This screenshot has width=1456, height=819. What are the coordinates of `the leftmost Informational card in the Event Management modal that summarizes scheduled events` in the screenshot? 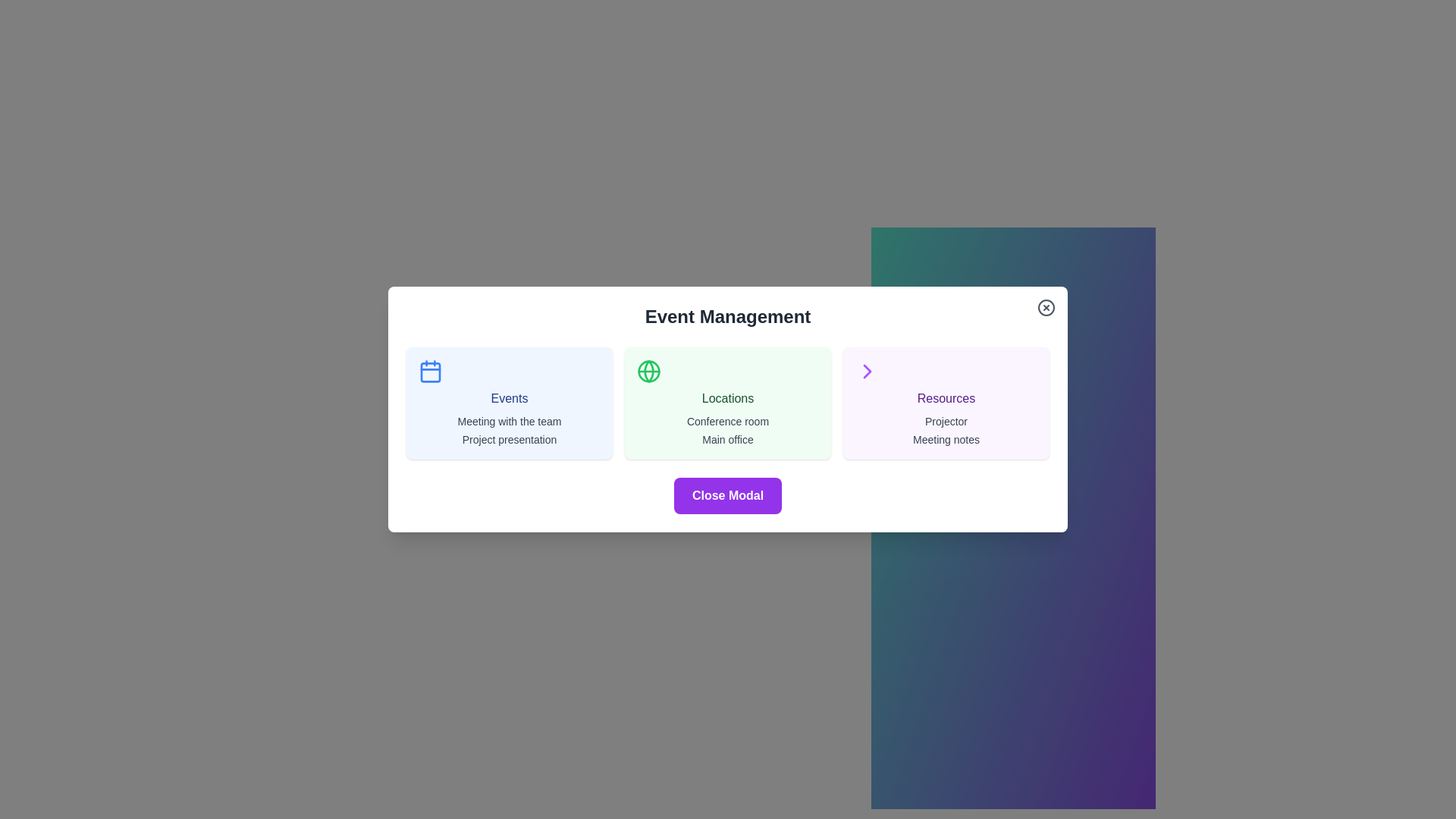 It's located at (510, 403).